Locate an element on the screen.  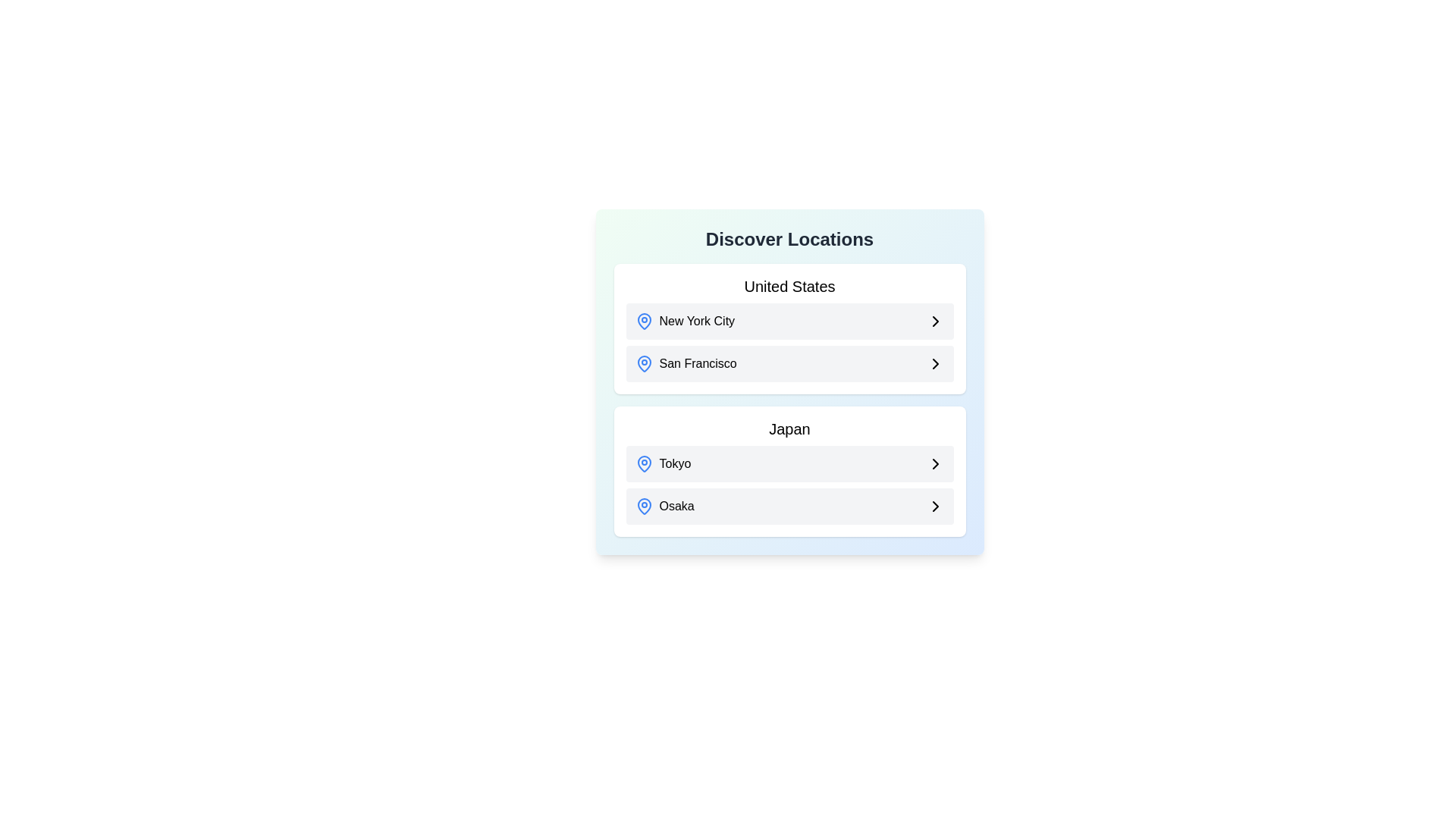
the header text label that indicates the category or group of city options, located centrally above the list of cities is located at coordinates (789, 287).